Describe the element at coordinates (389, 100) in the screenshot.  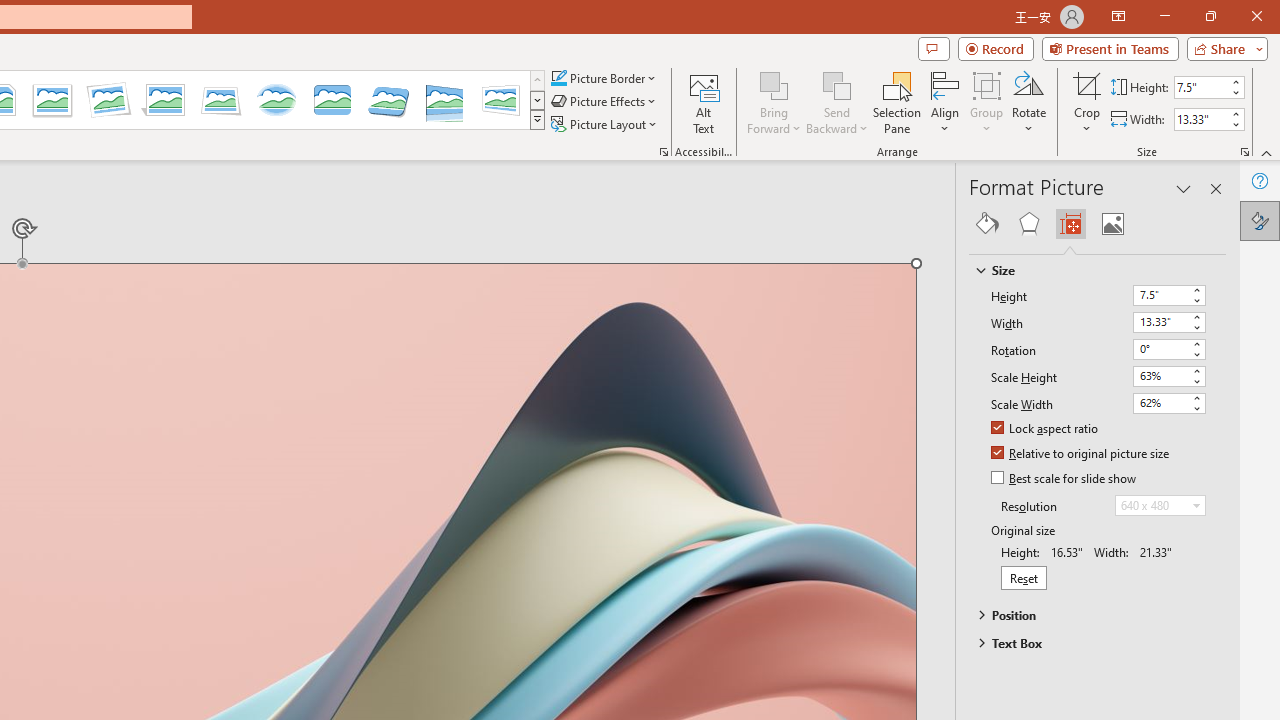
I see `'Bevel Perspective'` at that location.